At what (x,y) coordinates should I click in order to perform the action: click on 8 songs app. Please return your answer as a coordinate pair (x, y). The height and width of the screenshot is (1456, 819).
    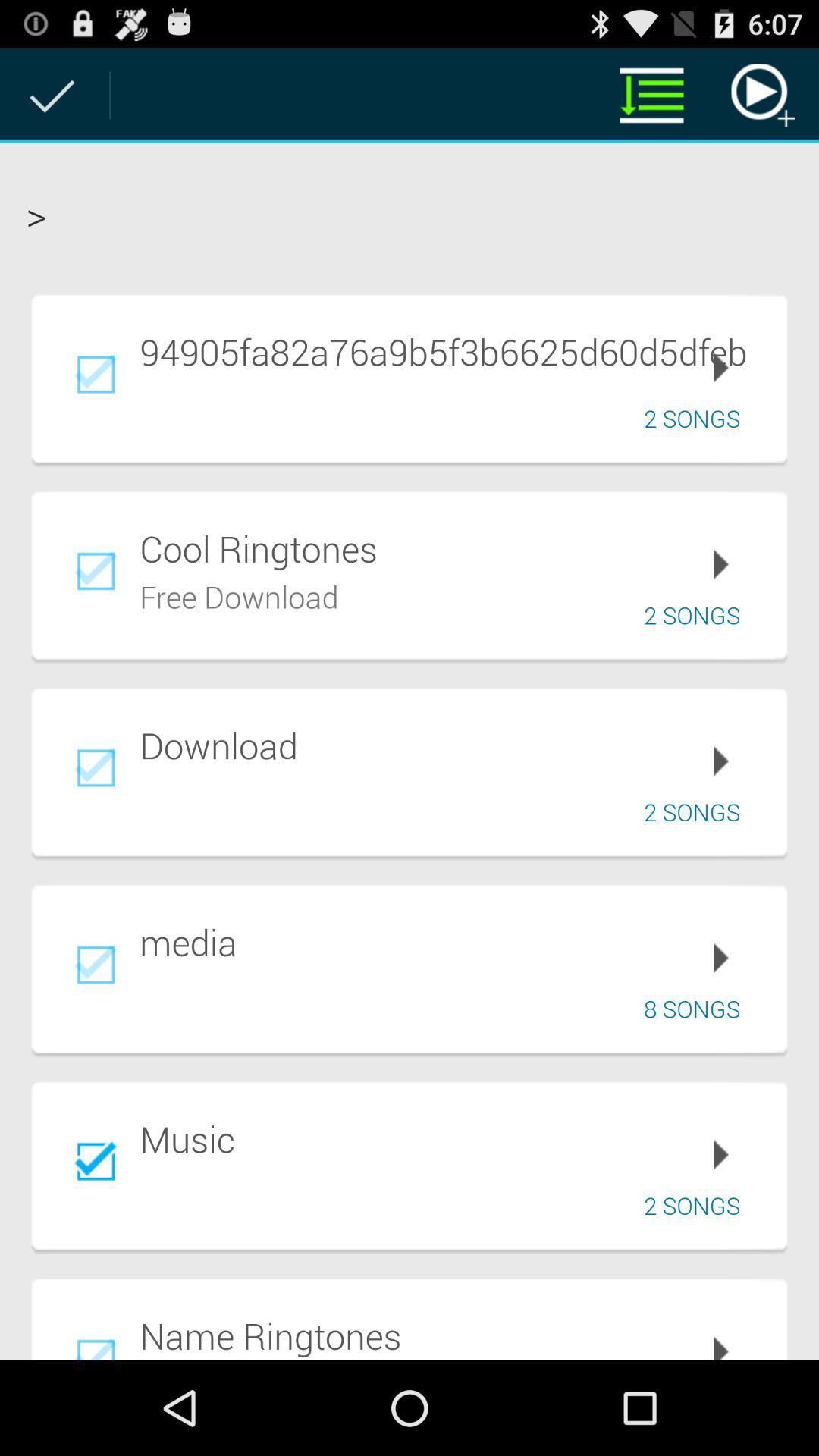
    Looking at the image, I should click on (697, 1009).